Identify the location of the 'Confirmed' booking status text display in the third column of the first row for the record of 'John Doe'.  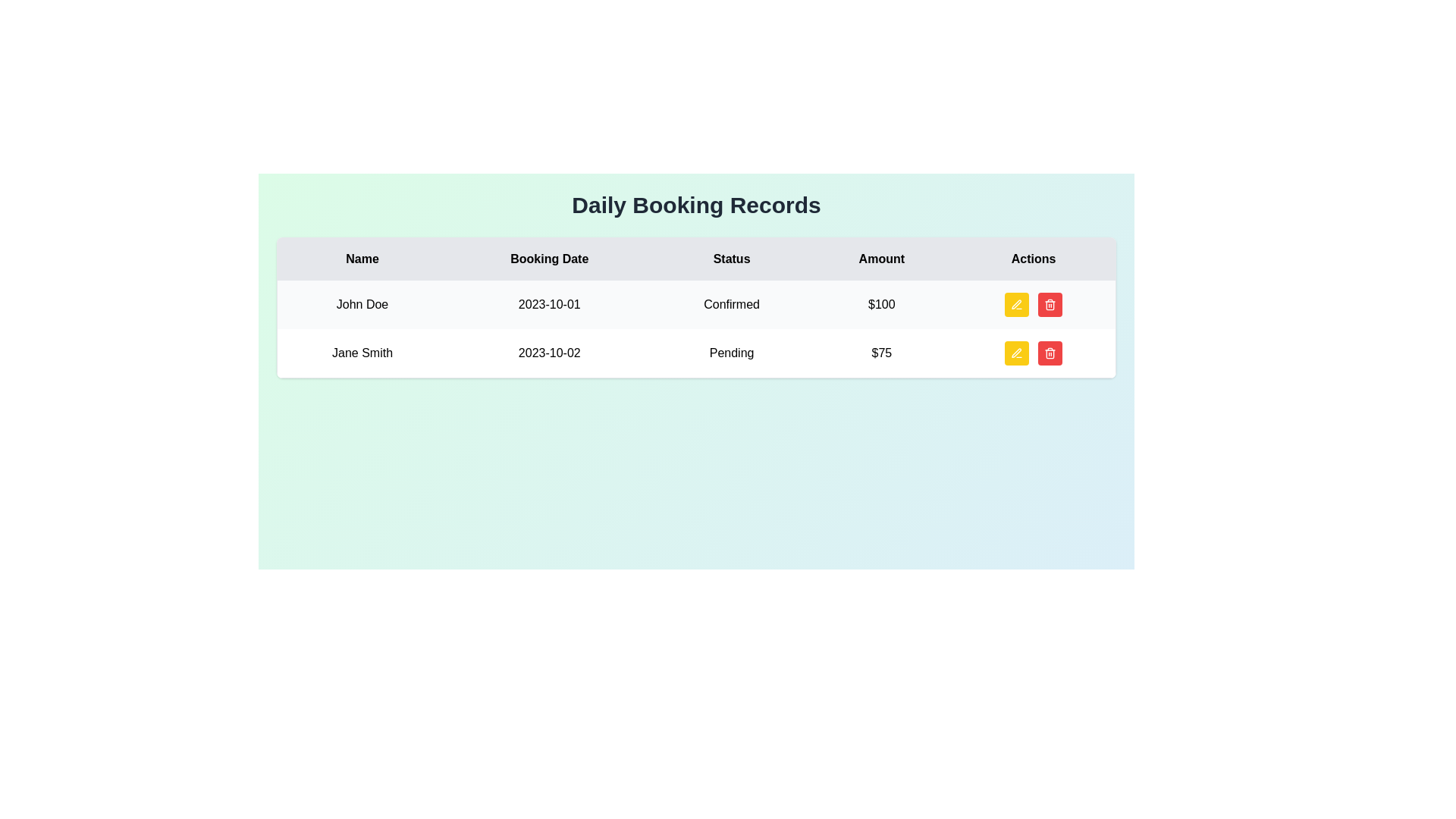
(732, 304).